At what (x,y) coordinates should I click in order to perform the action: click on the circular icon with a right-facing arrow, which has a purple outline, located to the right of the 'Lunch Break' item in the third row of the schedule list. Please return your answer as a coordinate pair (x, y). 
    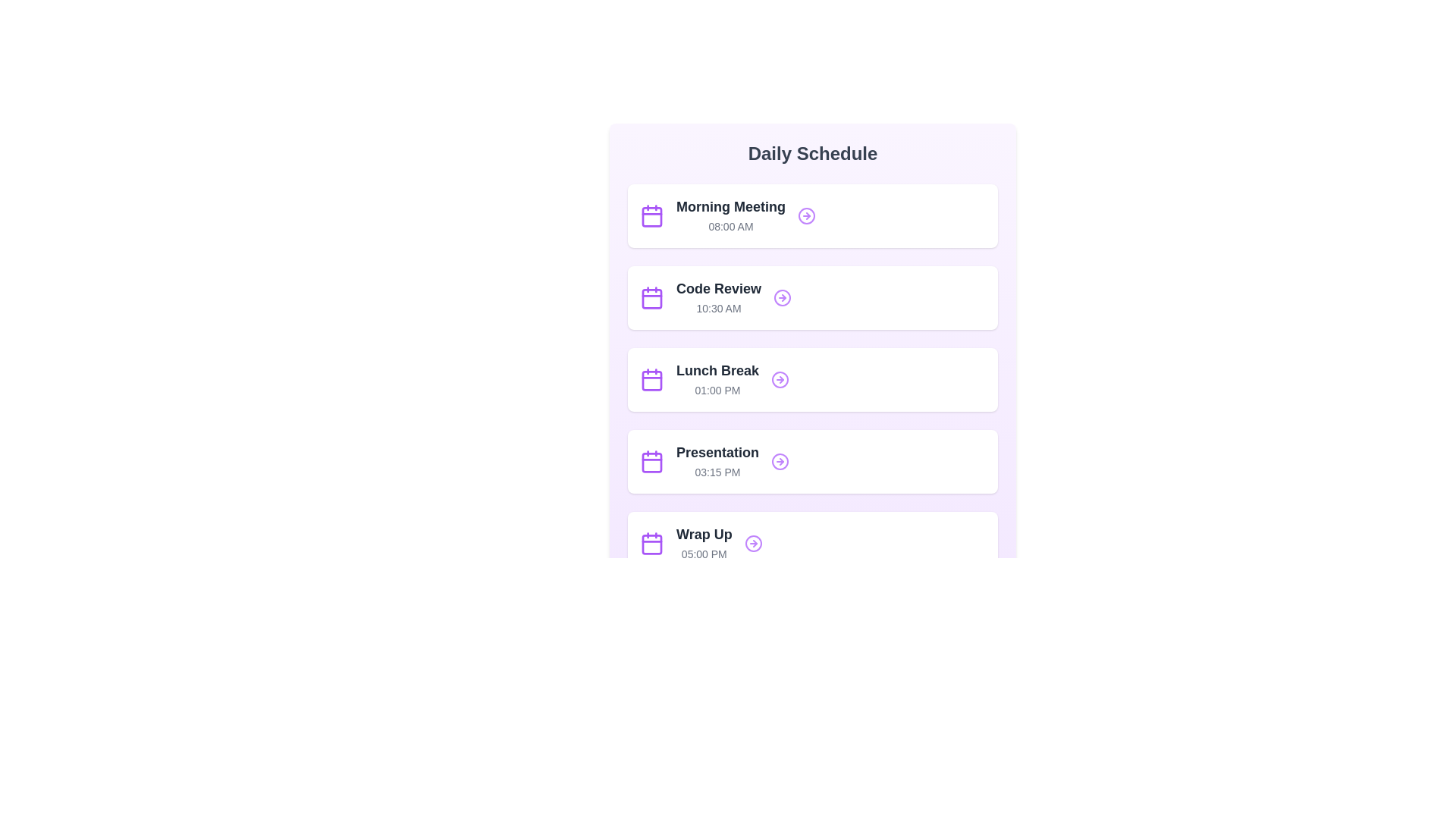
    Looking at the image, I should click on (780, 379).